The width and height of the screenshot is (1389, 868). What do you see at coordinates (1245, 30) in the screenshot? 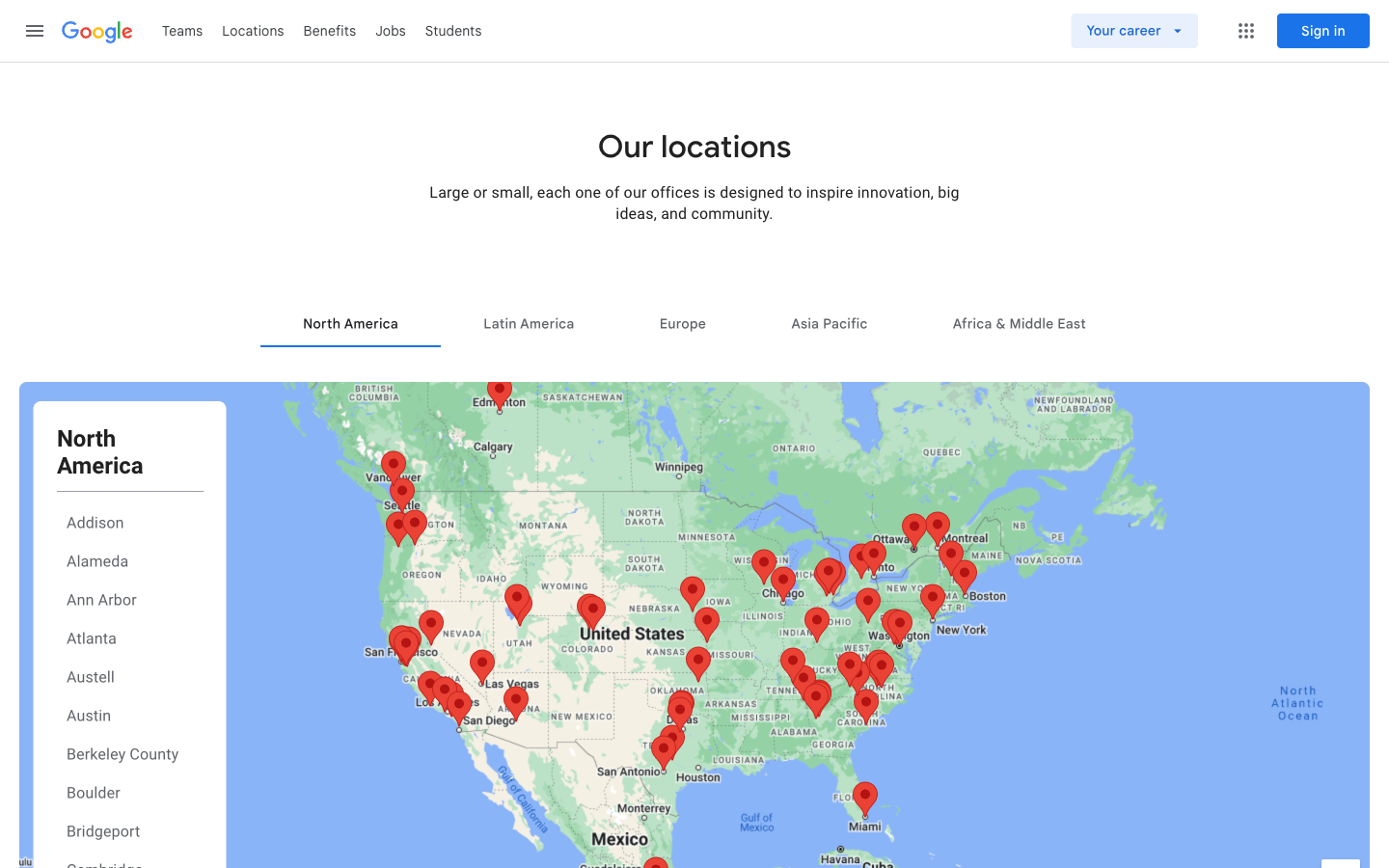
I see `Menu Window` at bounding box center [1245, 30].